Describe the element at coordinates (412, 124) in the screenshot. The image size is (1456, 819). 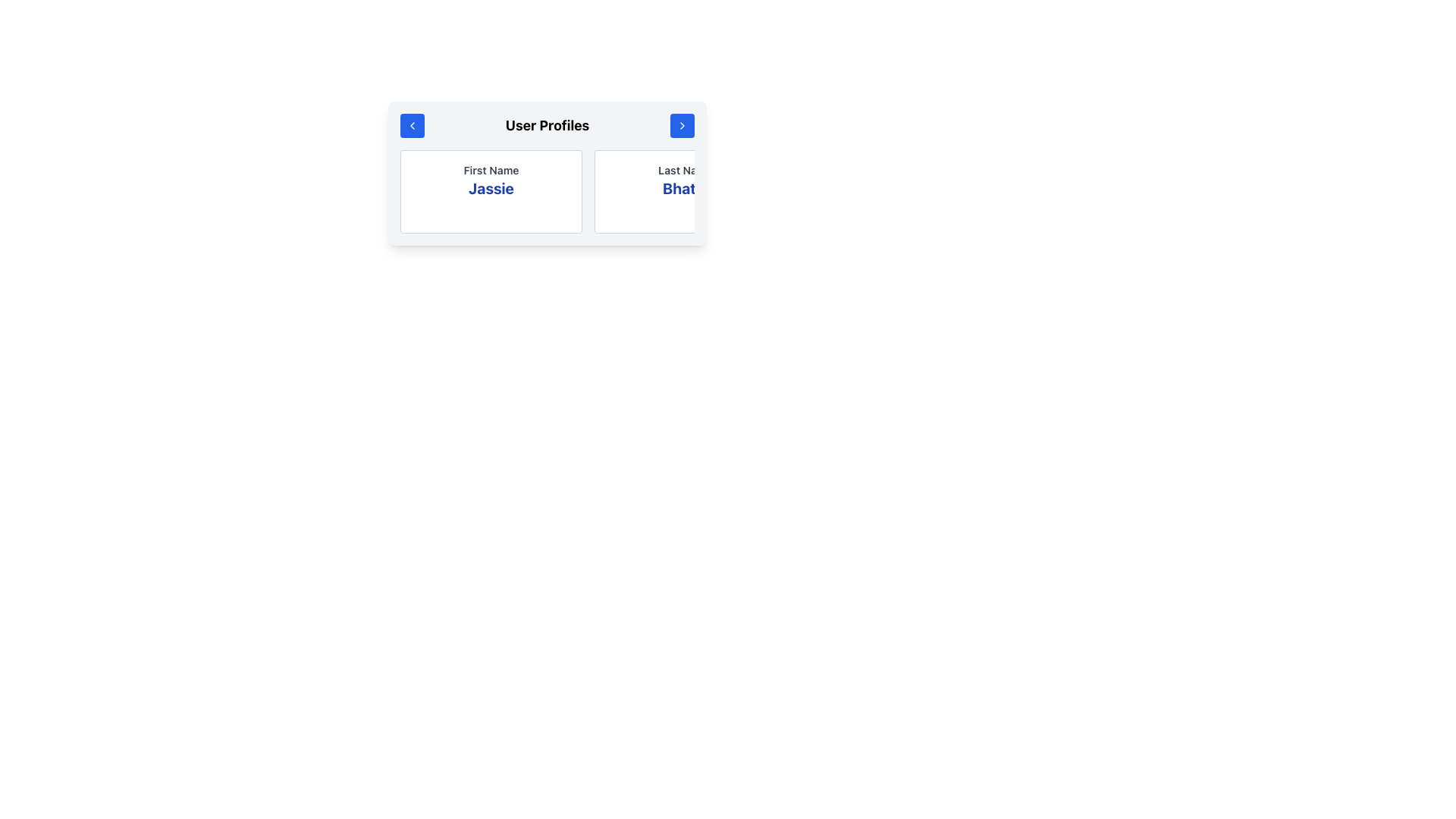
I see `the circular blue button with a white left-pointing arrow located in the 'User Profiles' header` at that location.